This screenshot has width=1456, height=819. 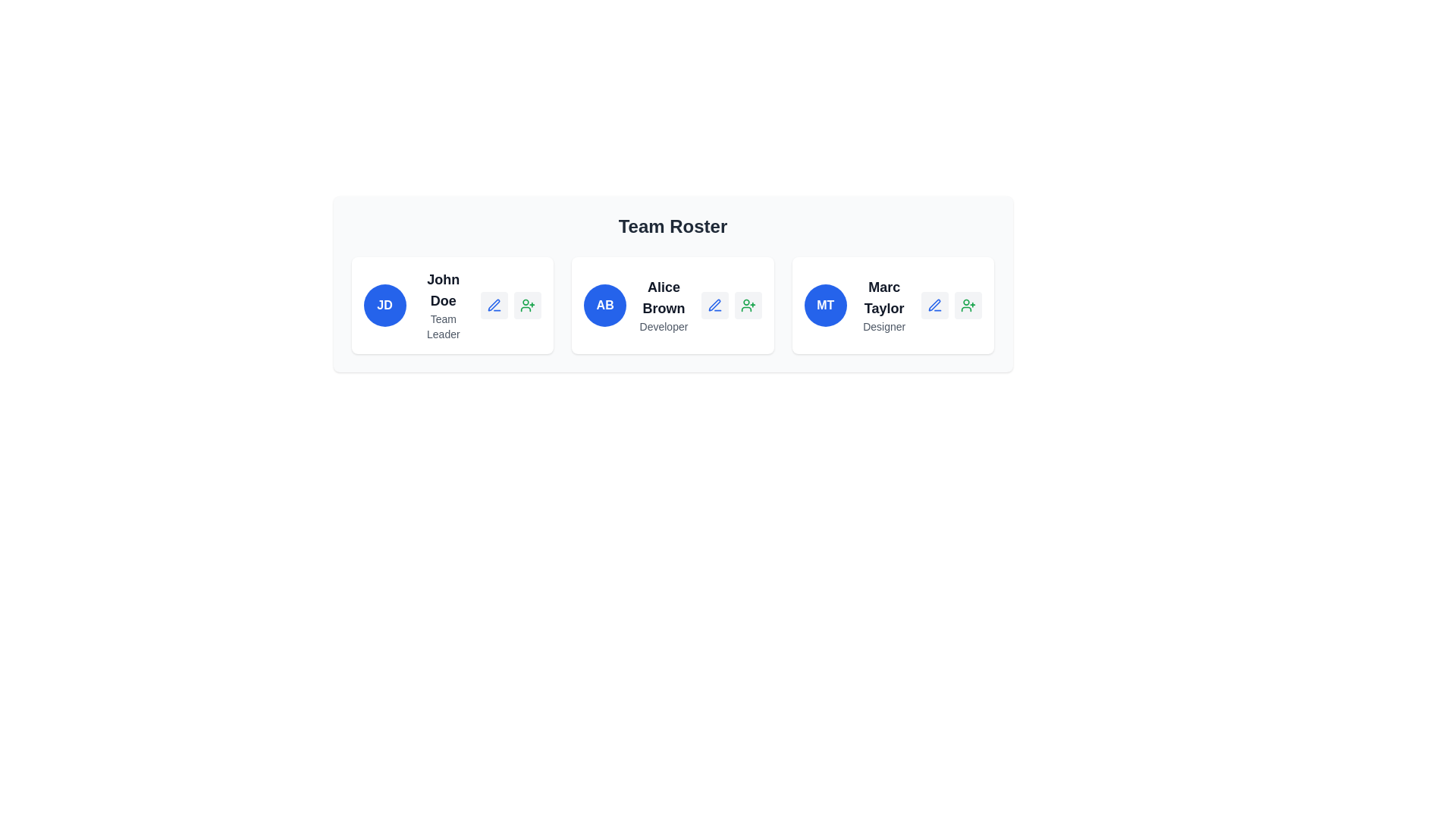 What do you see at coordinates (604, 305) in the screenshot?
I see `the User Avatar Badge displaying initials 'AB'` at bounding box center [604, 305].